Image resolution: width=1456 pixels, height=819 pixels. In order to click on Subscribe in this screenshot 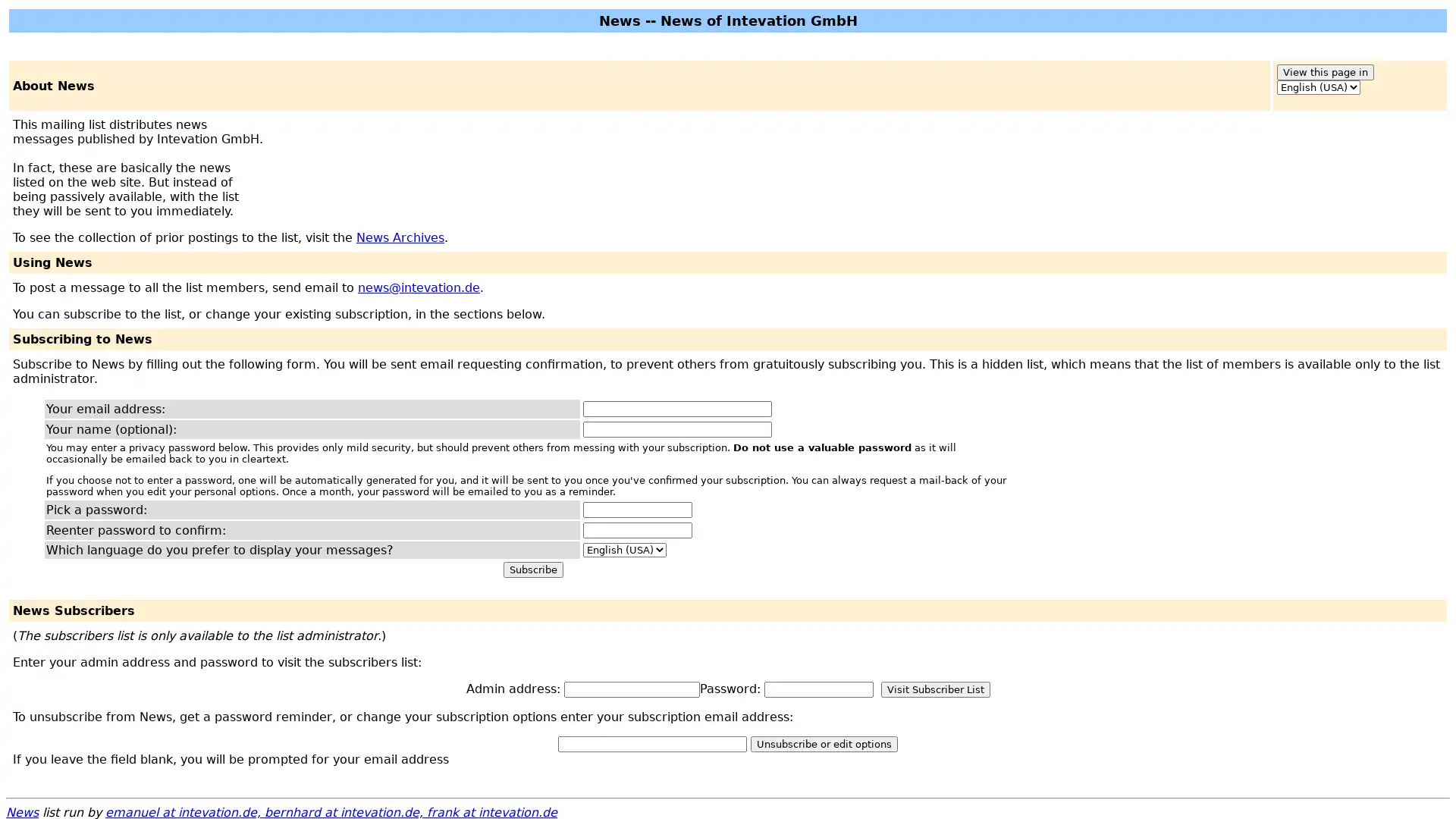, I will do `click(532, 570)`.